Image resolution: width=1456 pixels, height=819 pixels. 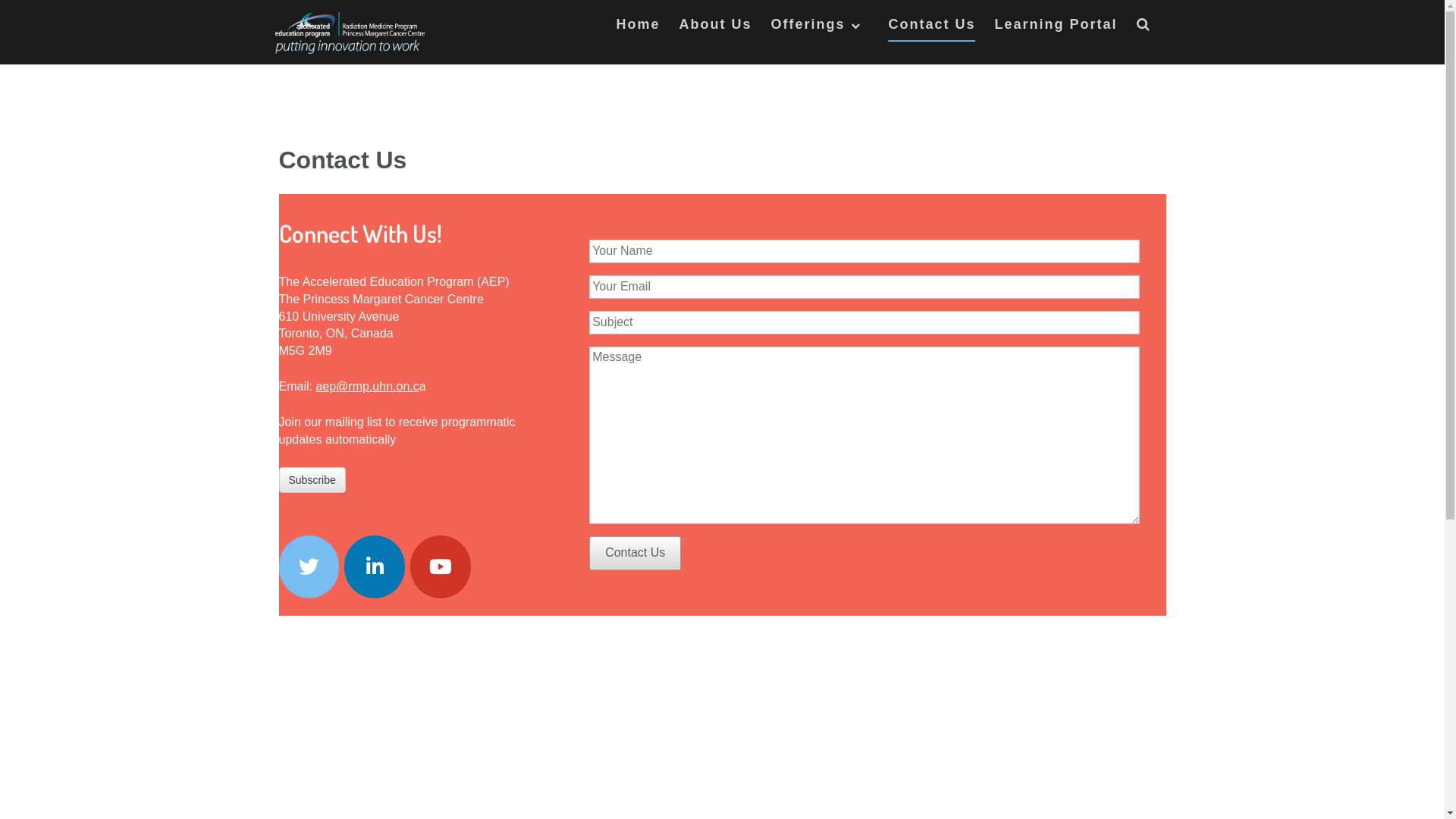 What do you see at coordinates (370, 385) in the screenshot?
I see `'aep@rmp.uhn.on.ca'` at bounding box center [370, 385].